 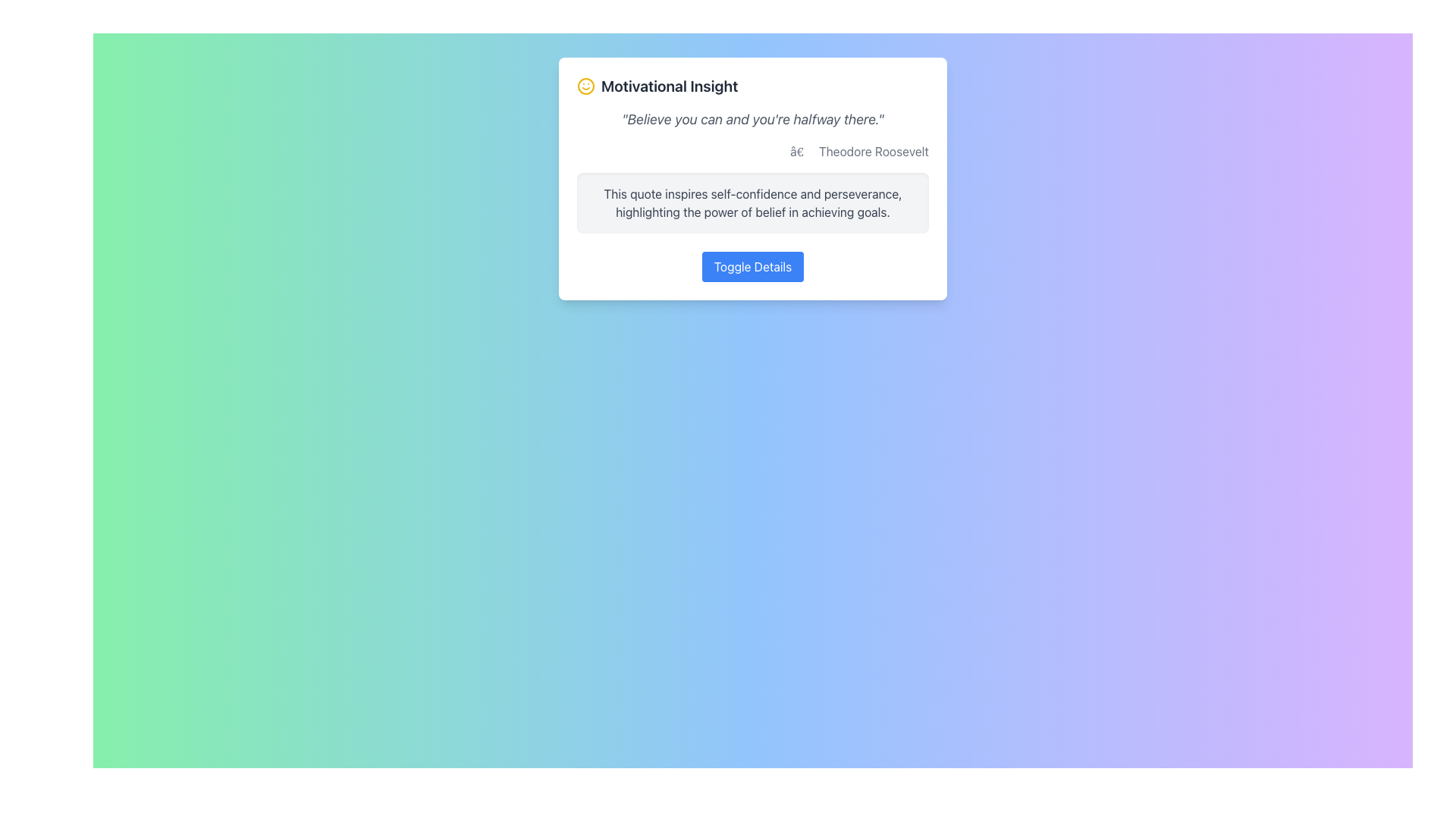 What do you see at coordinates (753, 119) in the screenshot?
I see `the static text displaying a motivational quote, located below the 'Motivational Insight' heading in the white card` at bounding box center [753, 119].